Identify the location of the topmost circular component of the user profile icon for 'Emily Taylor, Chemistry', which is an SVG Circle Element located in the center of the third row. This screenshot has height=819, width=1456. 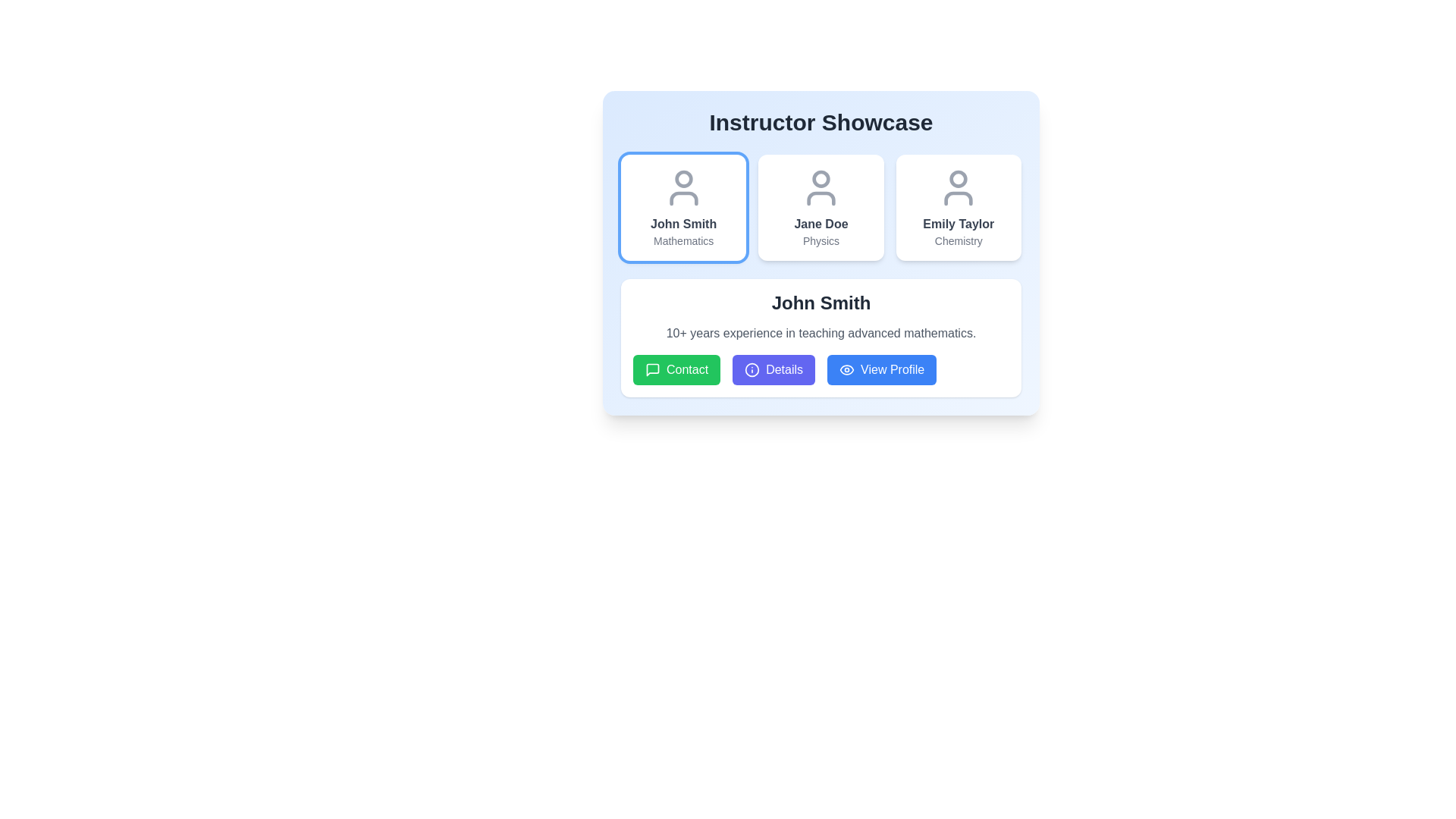
(958, 178).